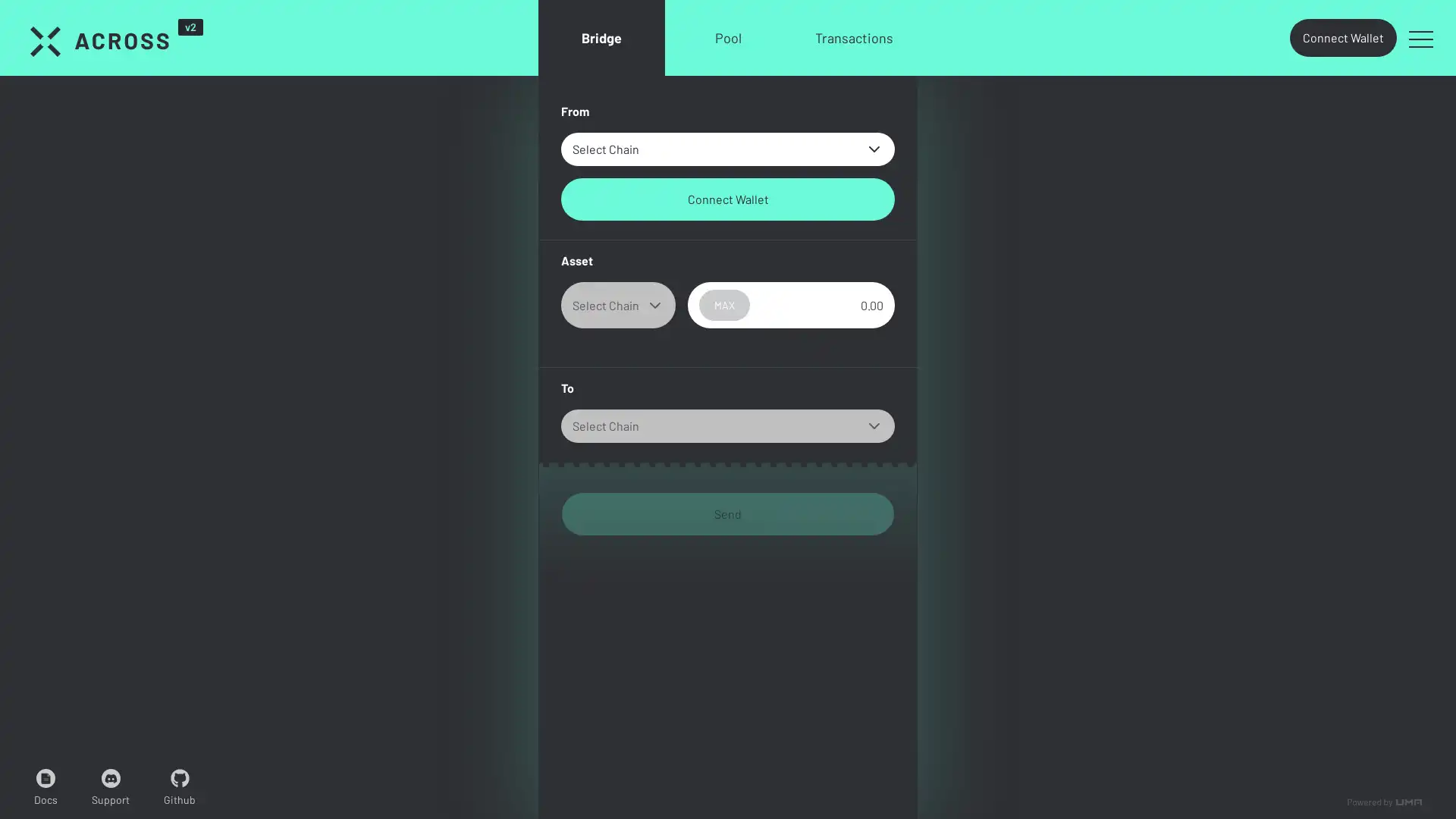  What do you see at coordinates (728, 513) in the screenshot?
I see `Send` at bounding box center [728, 513].